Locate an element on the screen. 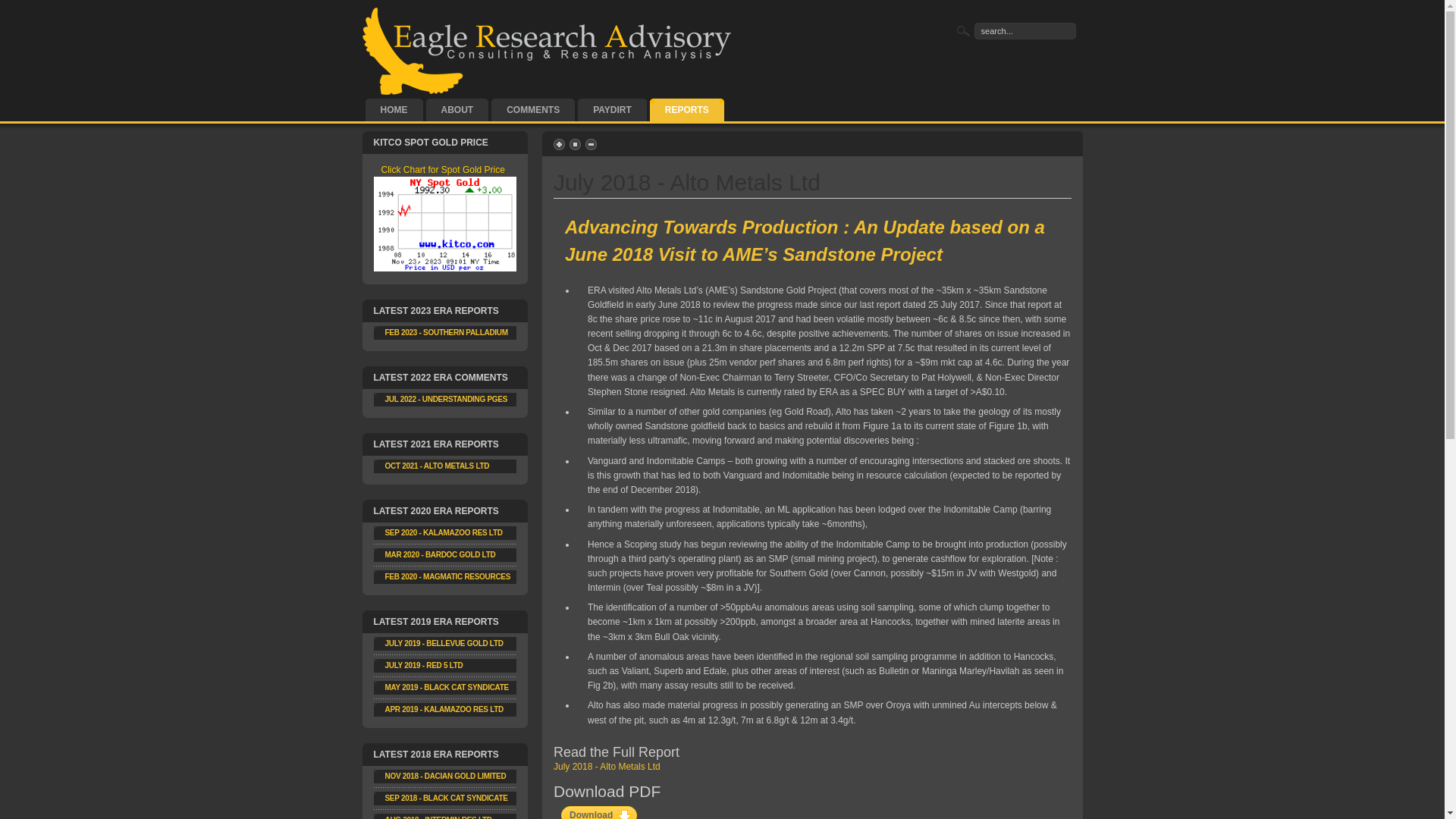 The width and height of the screenshot is (1456, 819). 'OCT 2021 - ALTO METALS LTD' is located at coordinates (436, 465).